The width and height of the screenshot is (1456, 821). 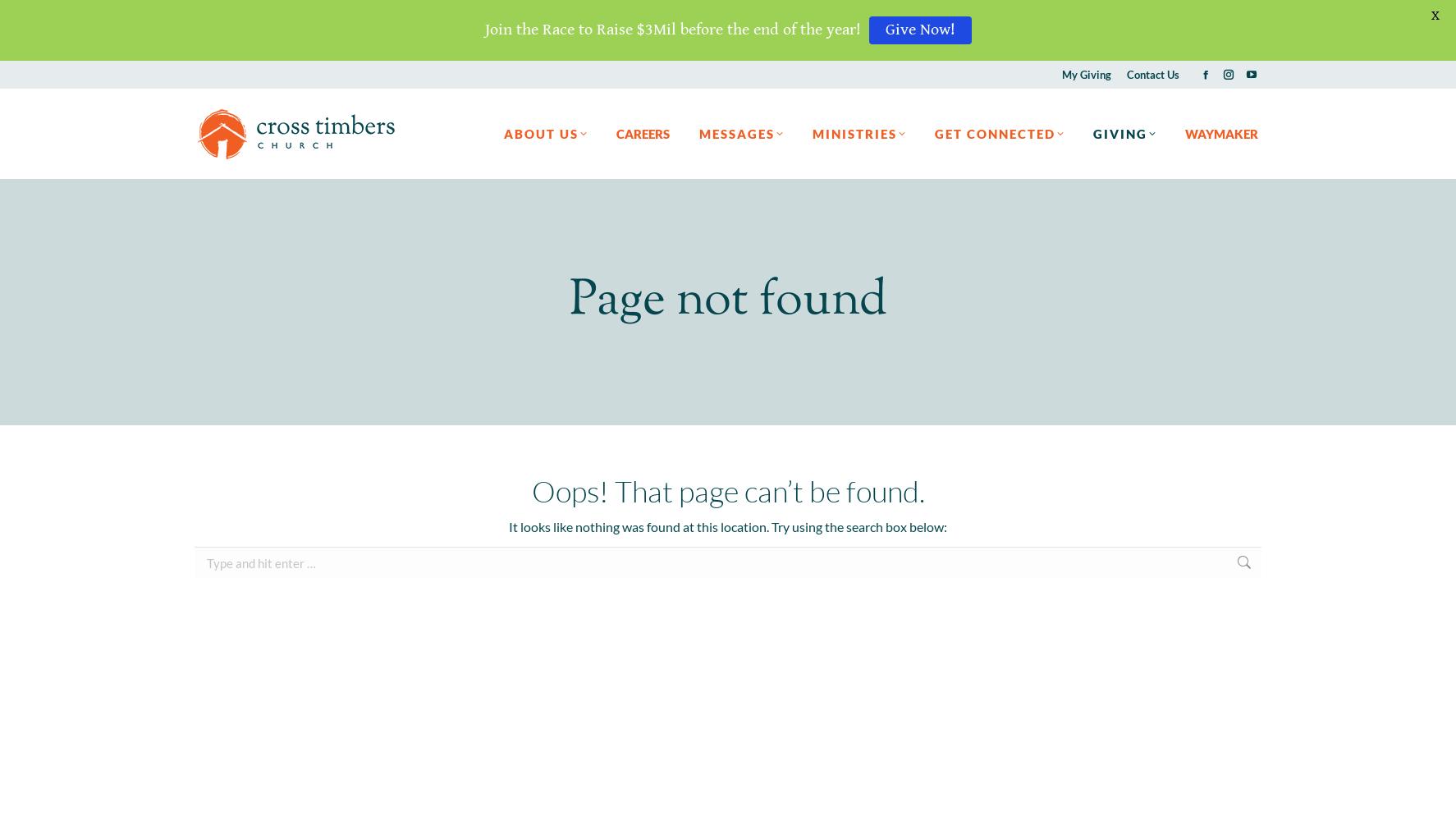 I want to click on 'CT Students', so click(x=849, y=237).